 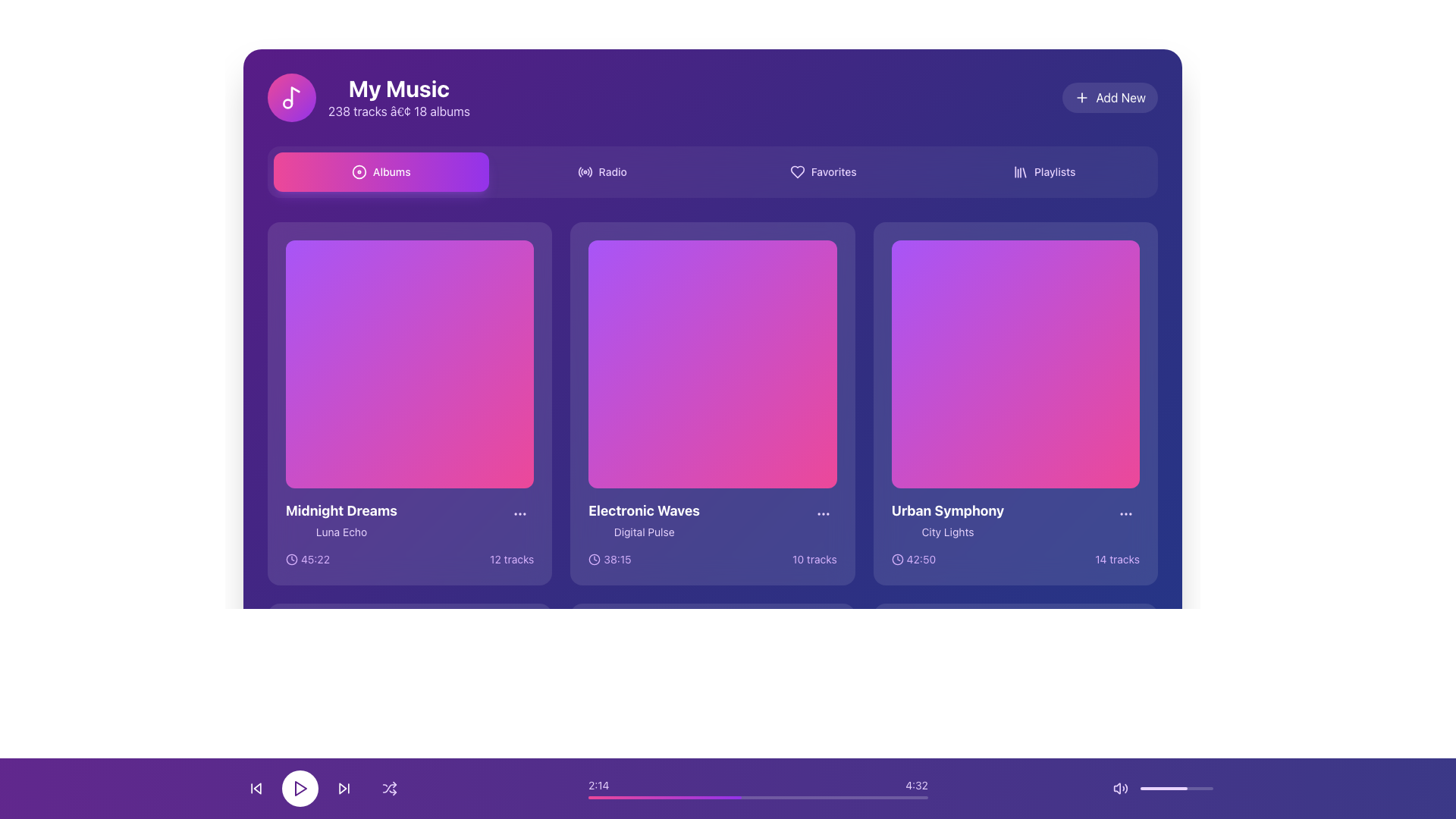 I want to click on the left-pointing triangle icon button in the bottom media control bar, so click(x=257, y=788).